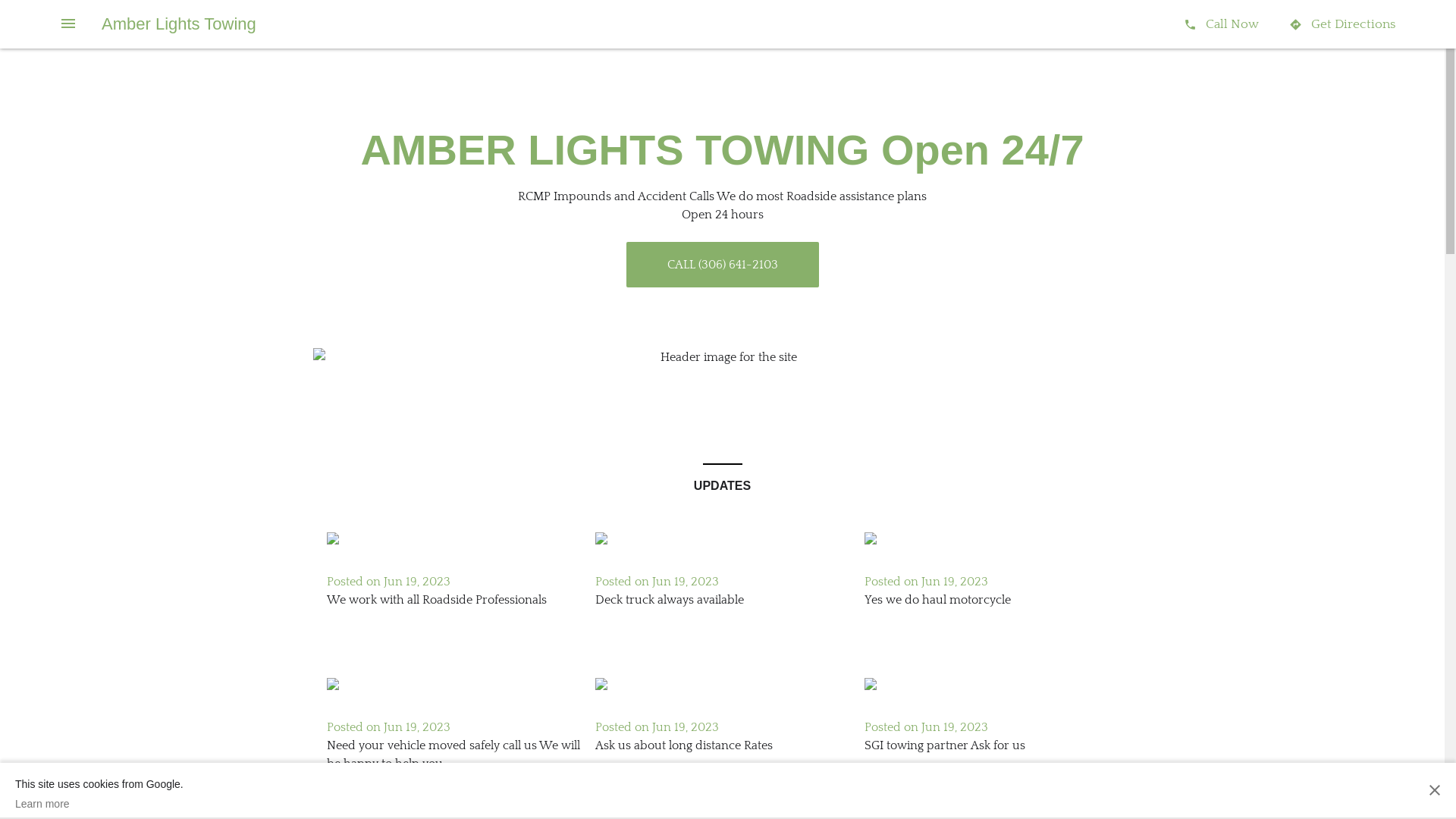  Describe the element at coordinates (388, 581) in the screenshot. I see `'Posted on Jun 19, 2023'` at that location.